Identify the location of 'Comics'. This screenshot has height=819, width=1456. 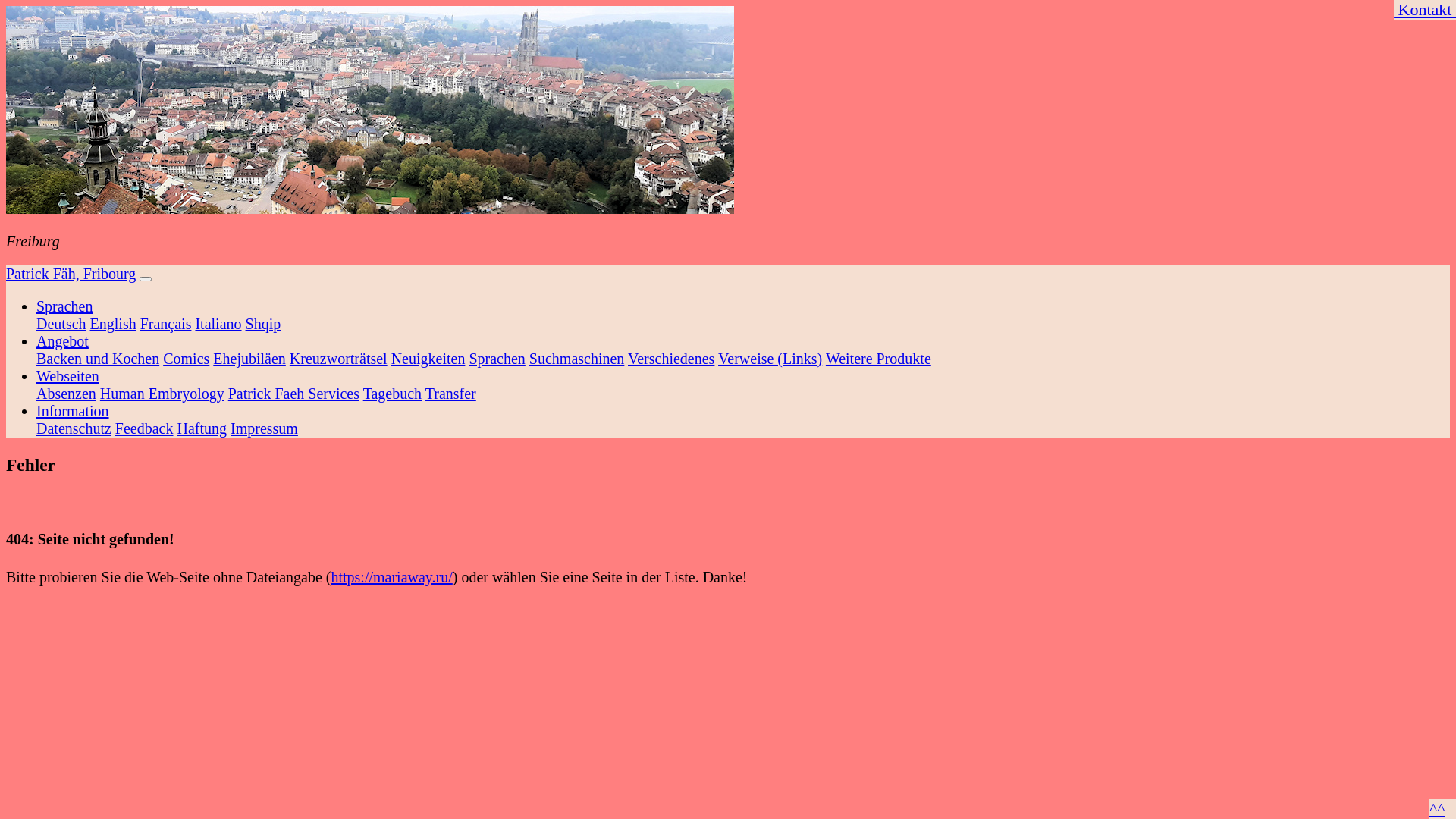
(163, 359).